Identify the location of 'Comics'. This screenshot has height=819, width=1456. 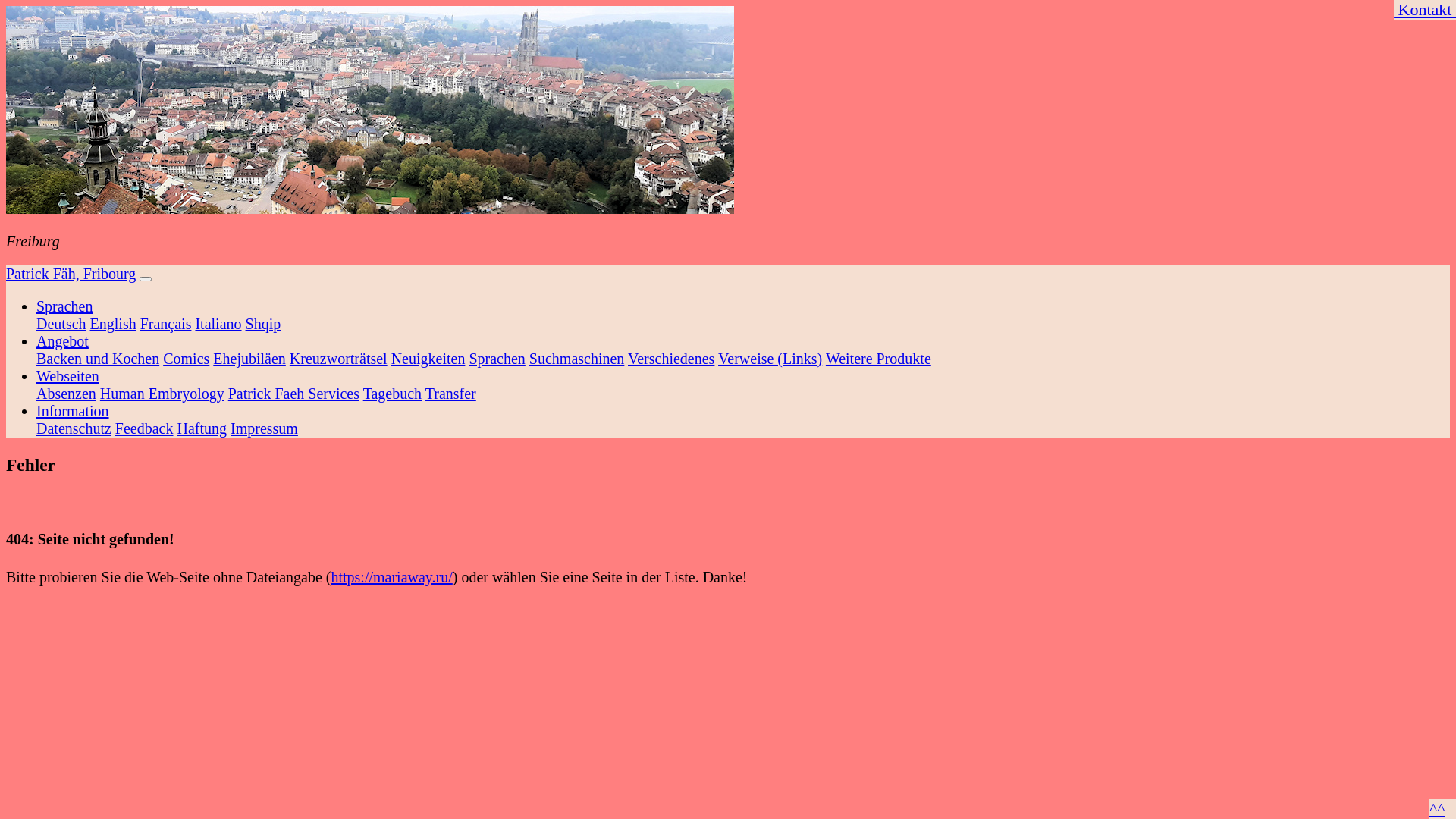
(163, 359).